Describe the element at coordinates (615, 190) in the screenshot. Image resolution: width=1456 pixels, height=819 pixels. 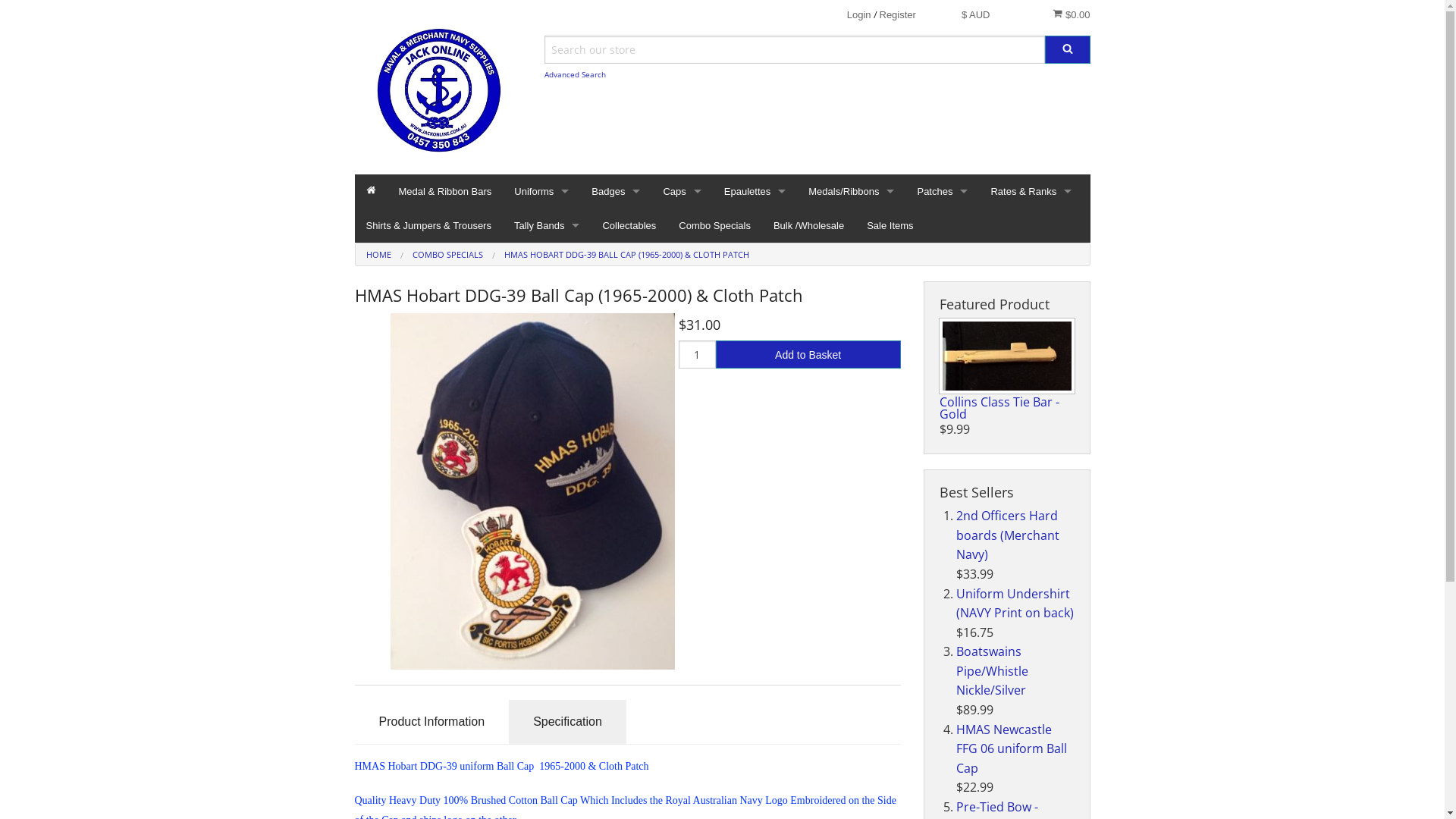
I see `'Badges'` at that location.